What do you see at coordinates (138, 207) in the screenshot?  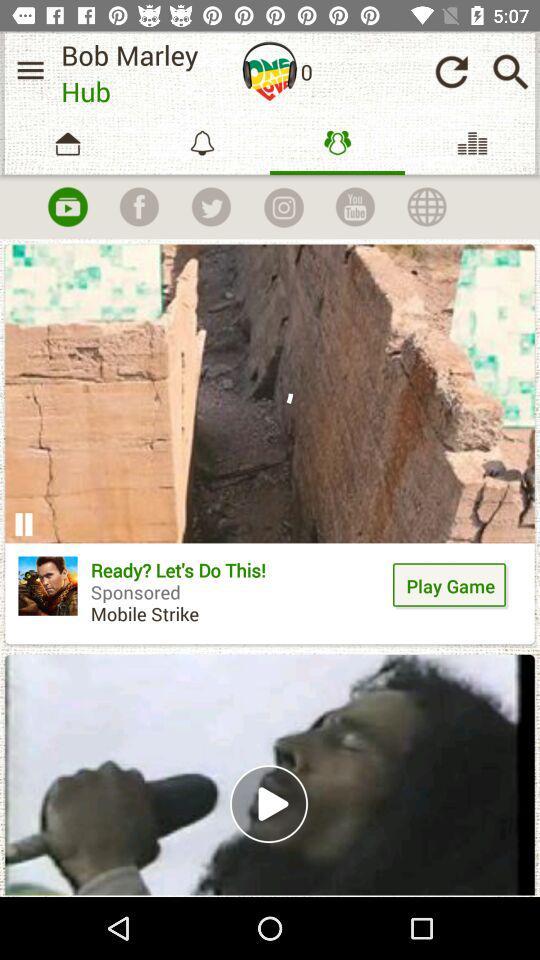 I see `connect to facebook` at bounding box center [138, 207].